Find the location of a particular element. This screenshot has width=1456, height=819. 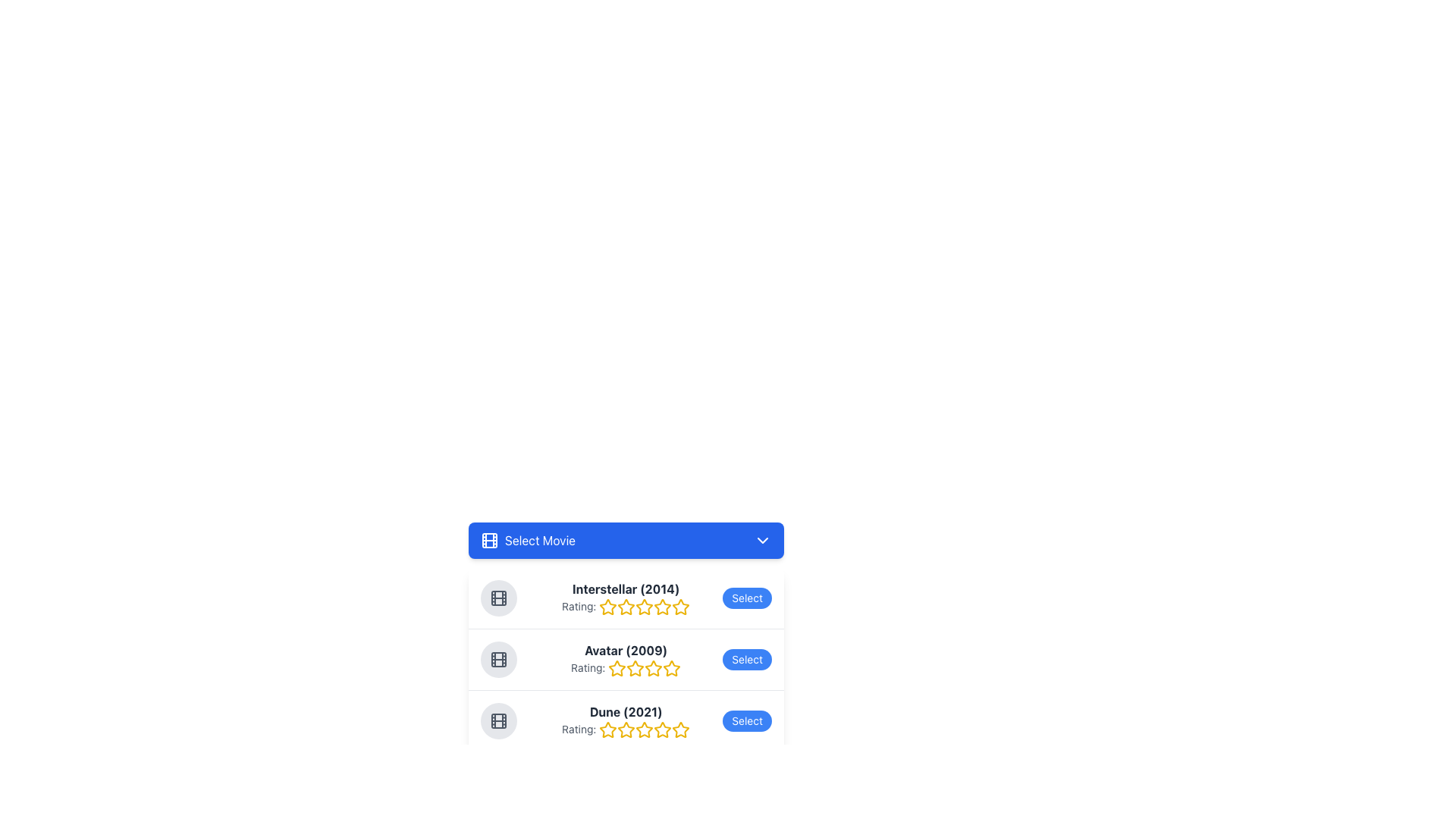

the decorative icon representing the movie 'Dune (2021)', which is located inside a gray circular background to the left of the title is located at coordinates (498, 720).